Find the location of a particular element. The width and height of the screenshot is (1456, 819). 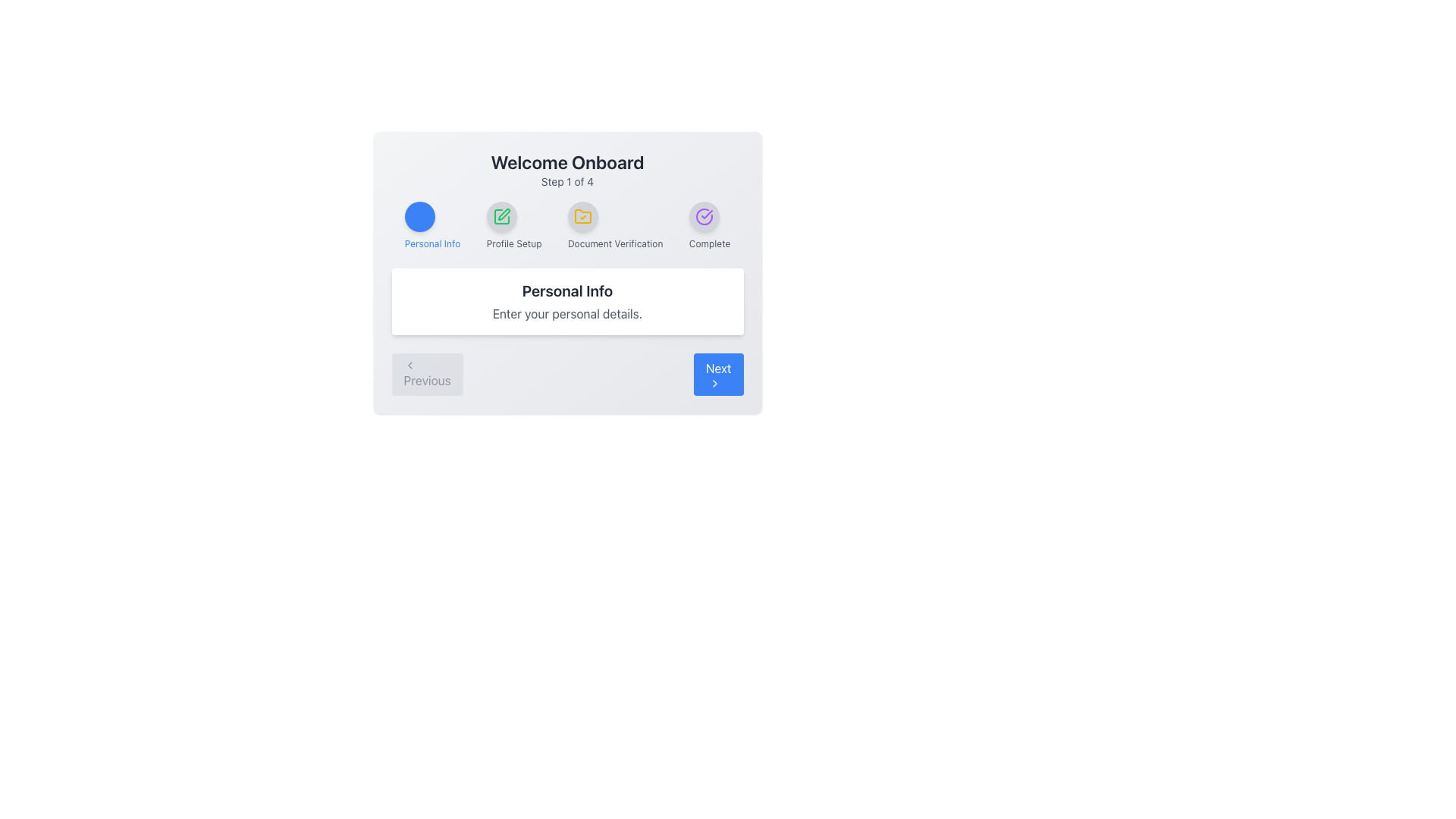

the checkmark icon with a thin, purple stroke inside the circular icon representing the completion status of onboarding steps, located on the rightmost side under the 'Complete' title is located at coordinates (706, 214).